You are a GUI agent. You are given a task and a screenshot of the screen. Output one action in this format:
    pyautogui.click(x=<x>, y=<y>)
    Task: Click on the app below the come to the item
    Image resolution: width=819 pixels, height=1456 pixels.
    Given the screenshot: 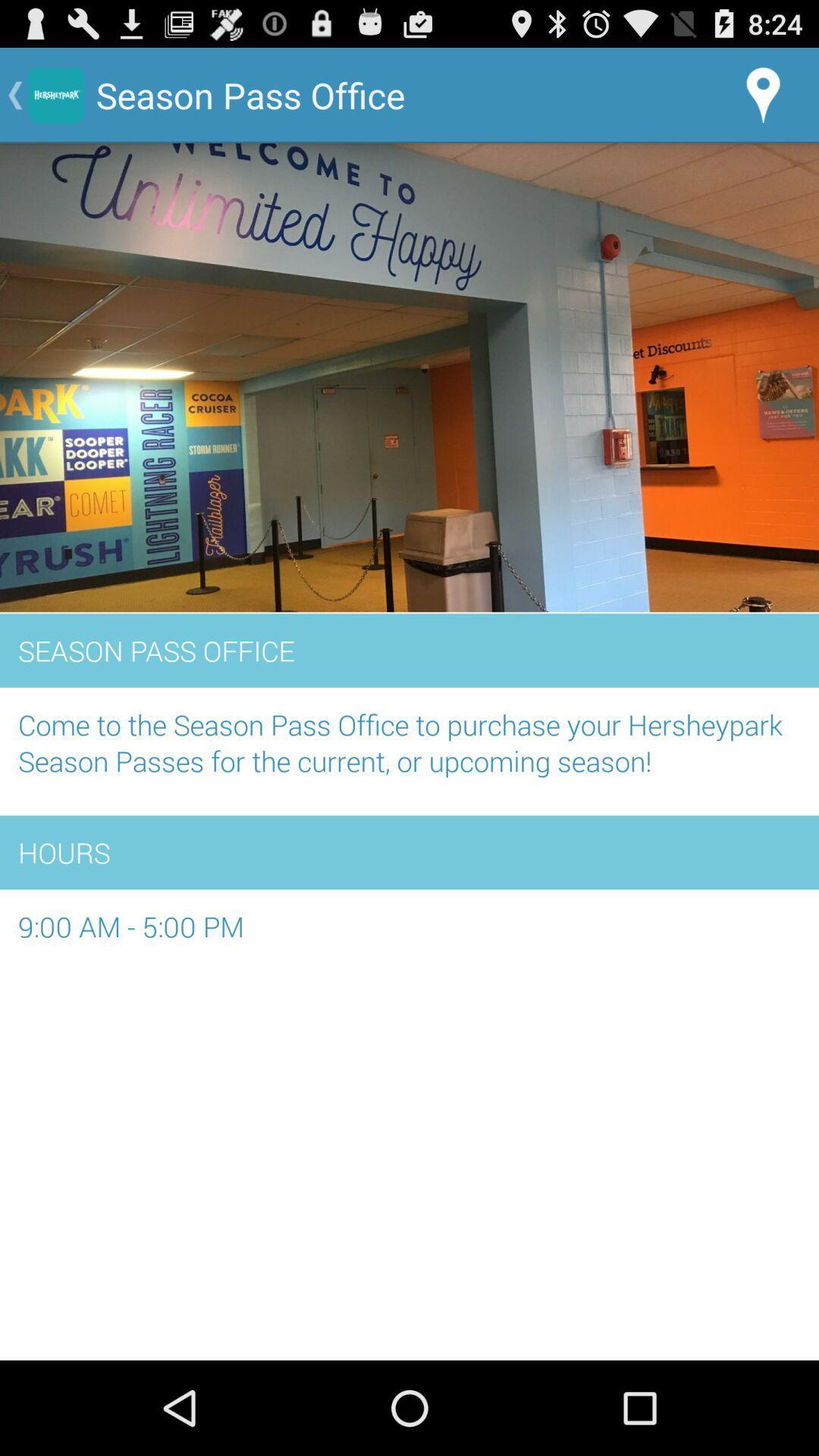 What is the action you would take?
    pyautogui.click(x=409, y=852)
    